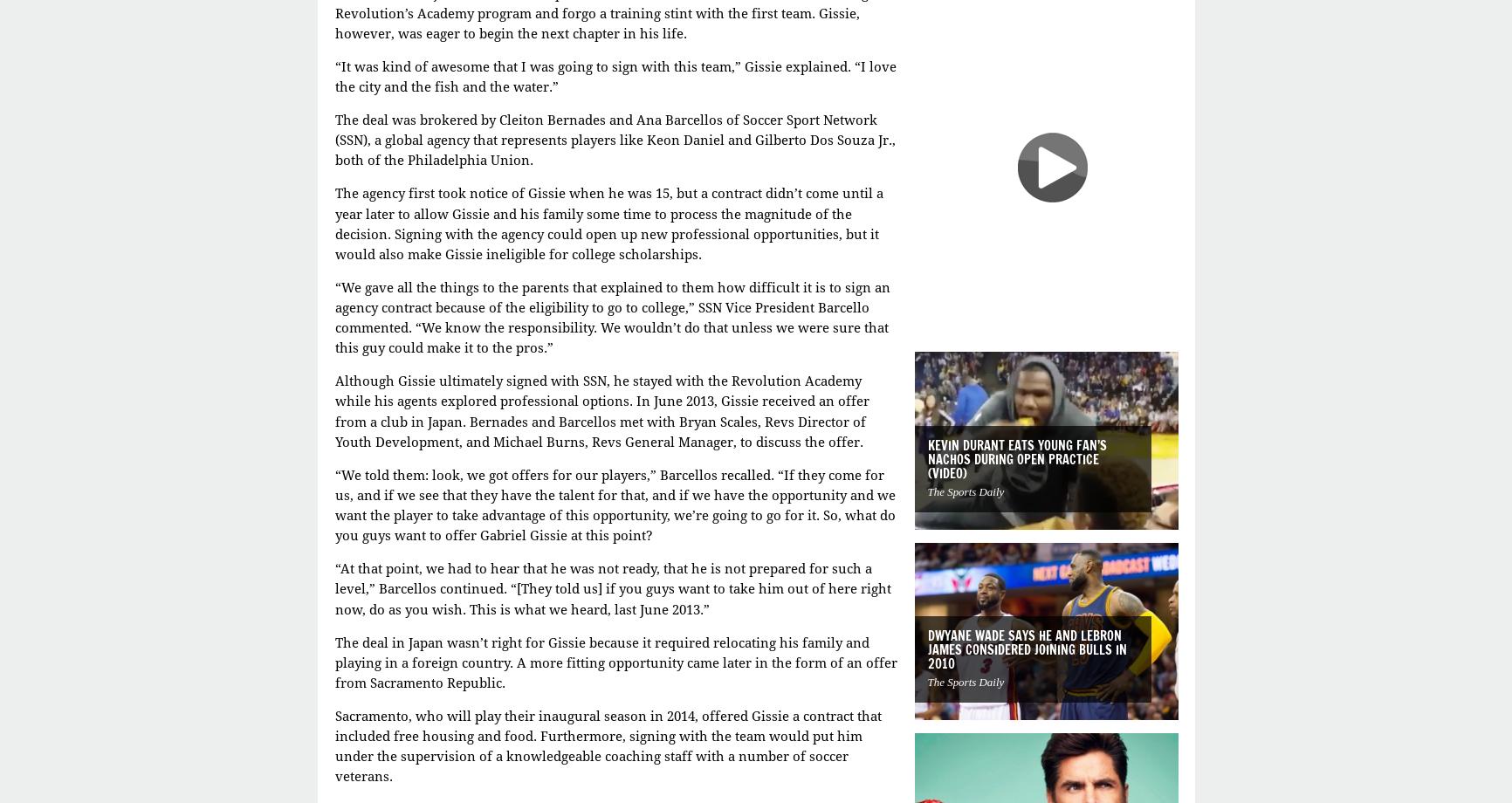  Describe the element at coordinates (614, 662) in the screenshot. I see `'The deal in Japan wasn’t right for Gissie because it required relocating his family and playing in a foreign country. A more fitting opportunity came later in the form of an offer from Sacramento Republic.'` at that location.